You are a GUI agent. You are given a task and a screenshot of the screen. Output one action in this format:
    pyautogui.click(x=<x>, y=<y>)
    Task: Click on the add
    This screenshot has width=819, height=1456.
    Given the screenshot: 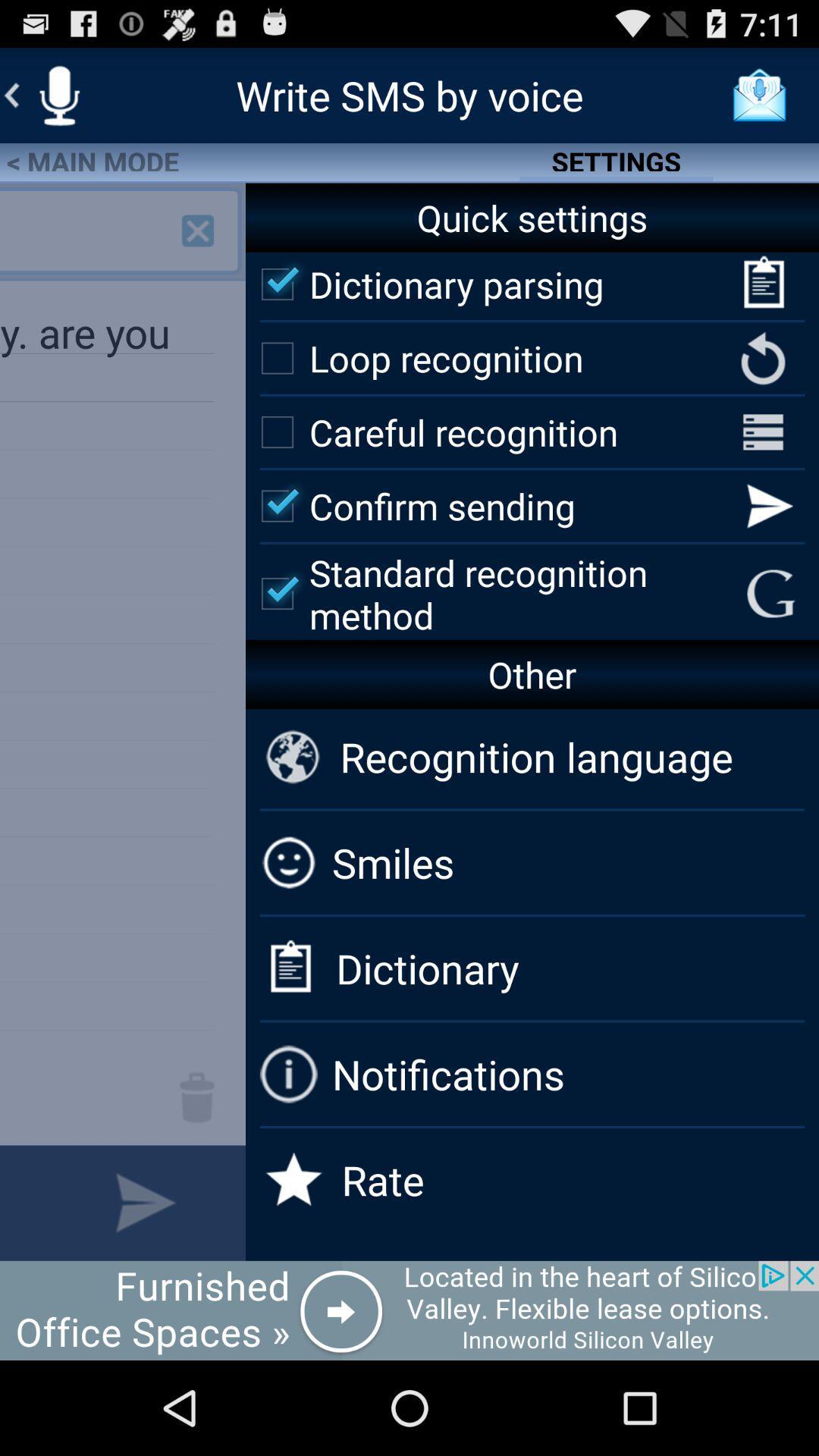 What is the action you would take?
    pyautogui.click(x=197, y=230)
    